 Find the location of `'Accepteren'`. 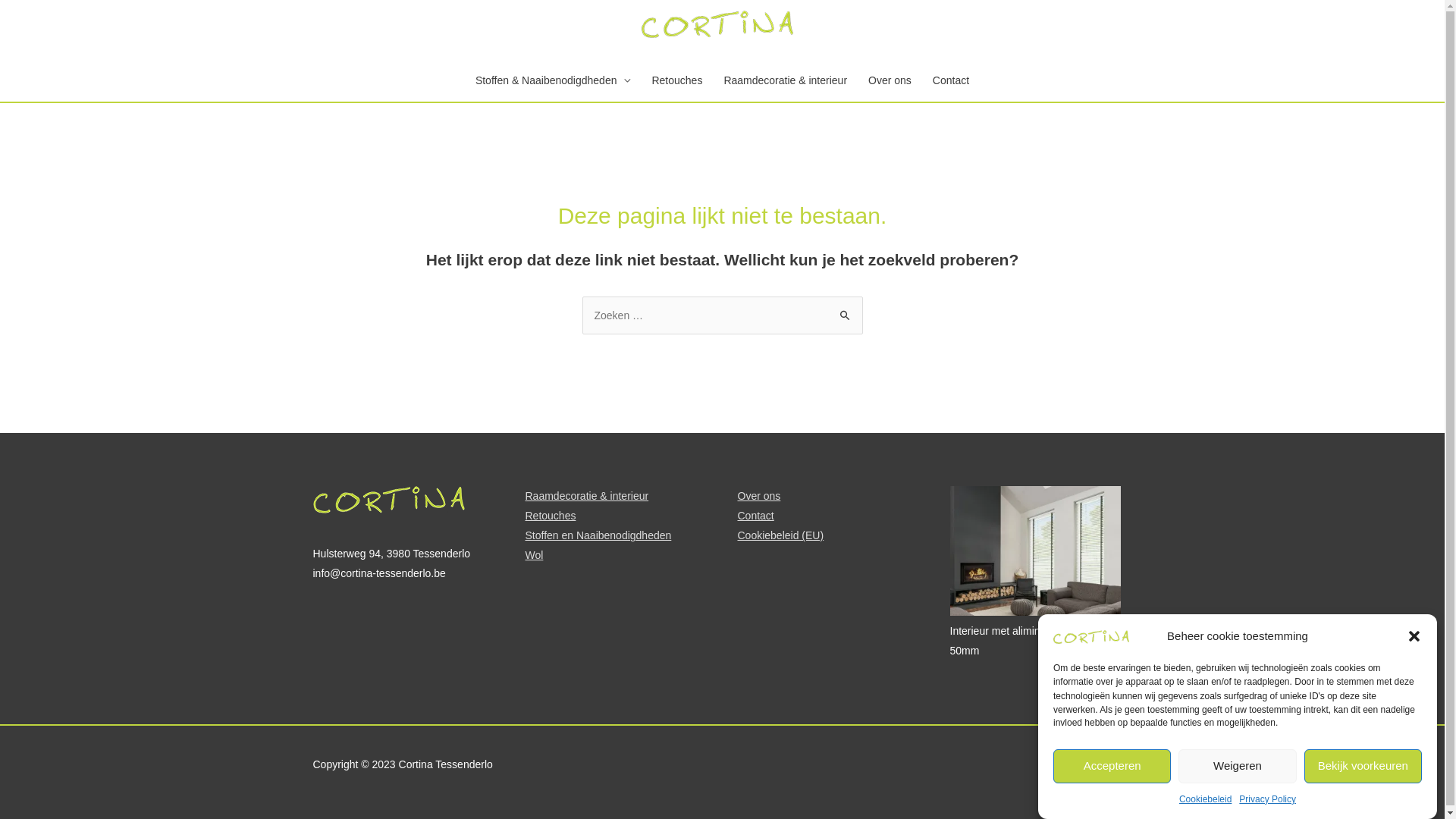

'Accepteren' is located at coordinates (1112, 766).